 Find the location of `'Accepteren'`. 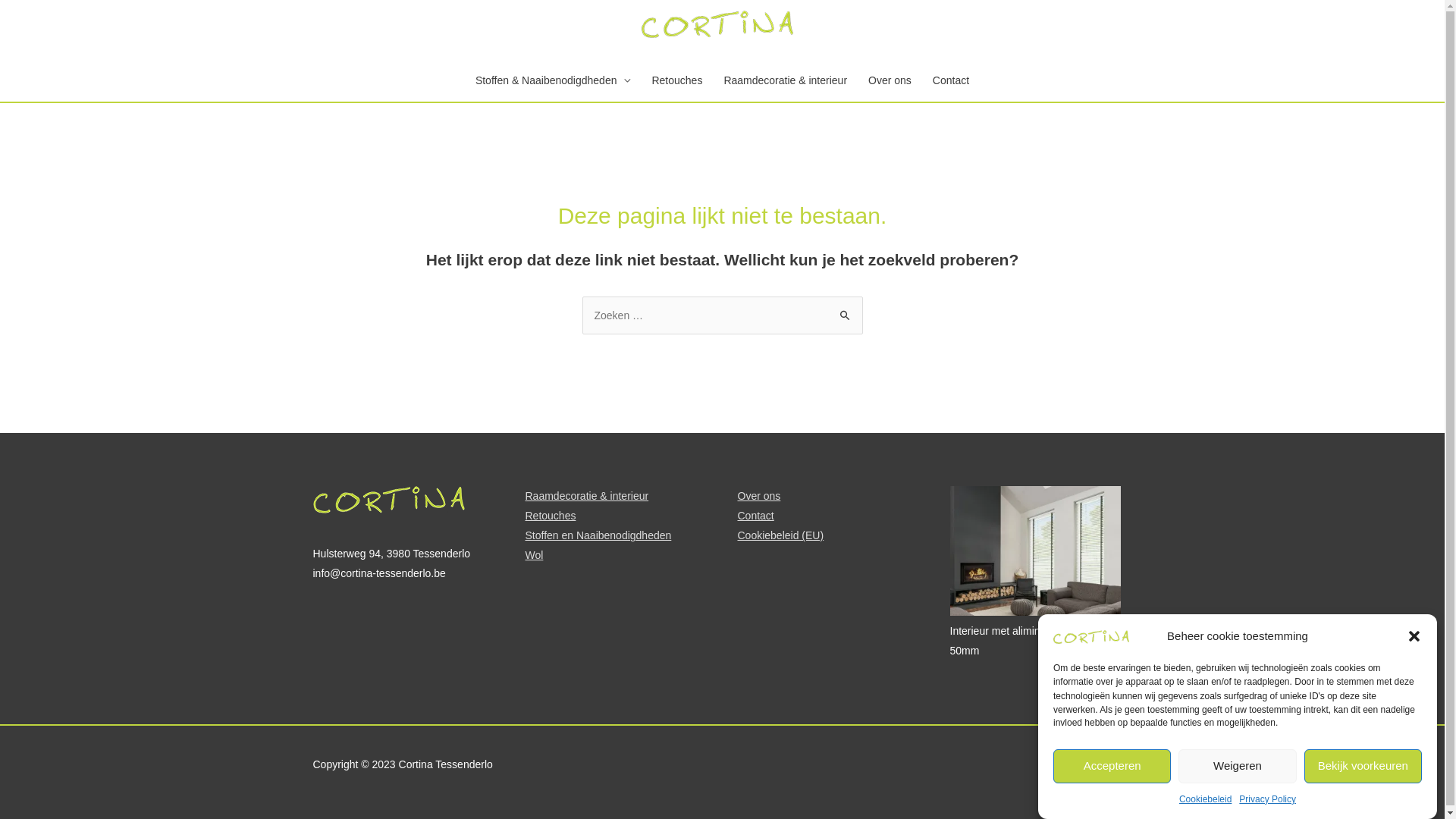

'Accepteren' is located at coordinates (1112, 766).